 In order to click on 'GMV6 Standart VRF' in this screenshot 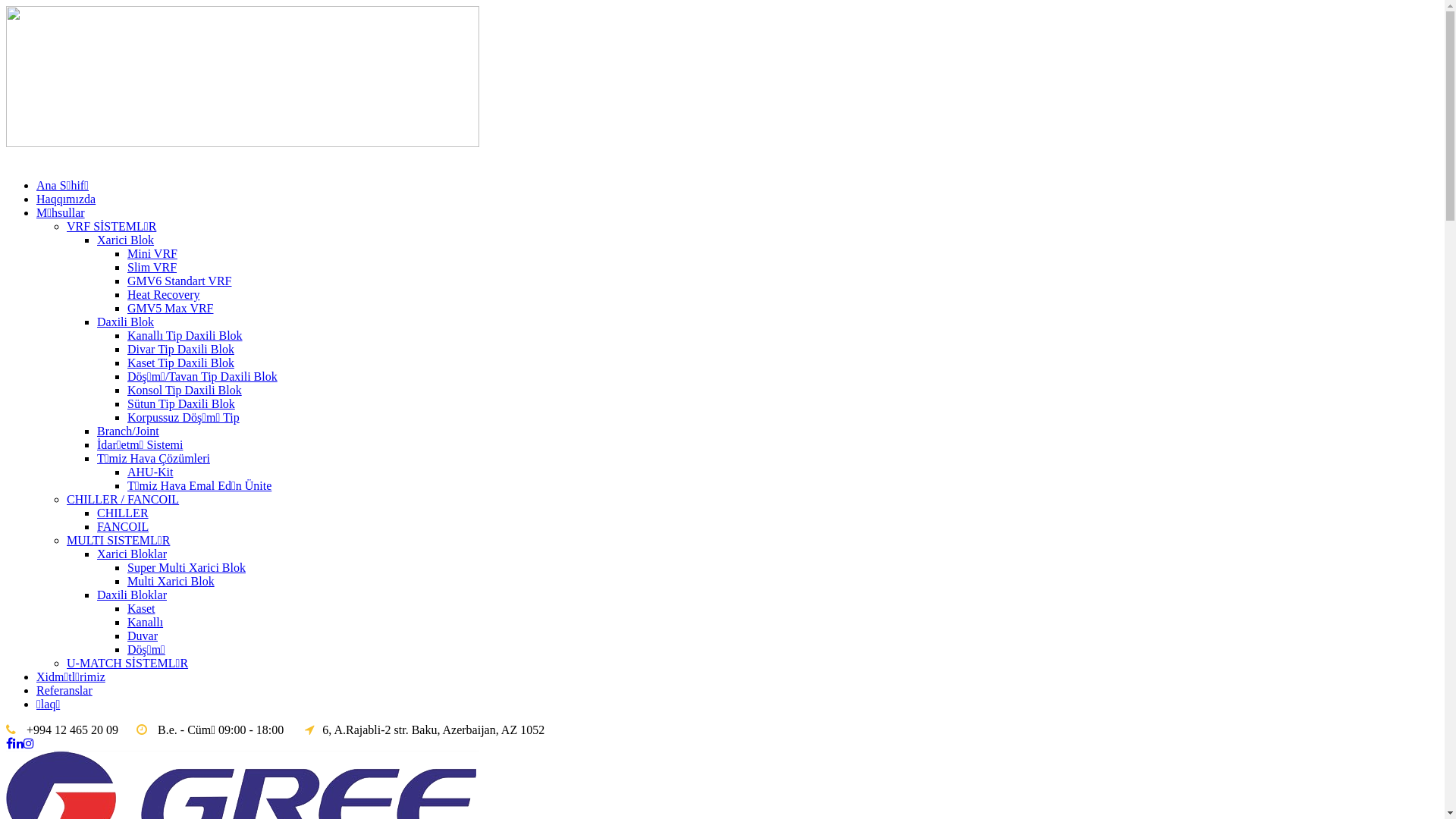, I will do `click(179, 281)`.